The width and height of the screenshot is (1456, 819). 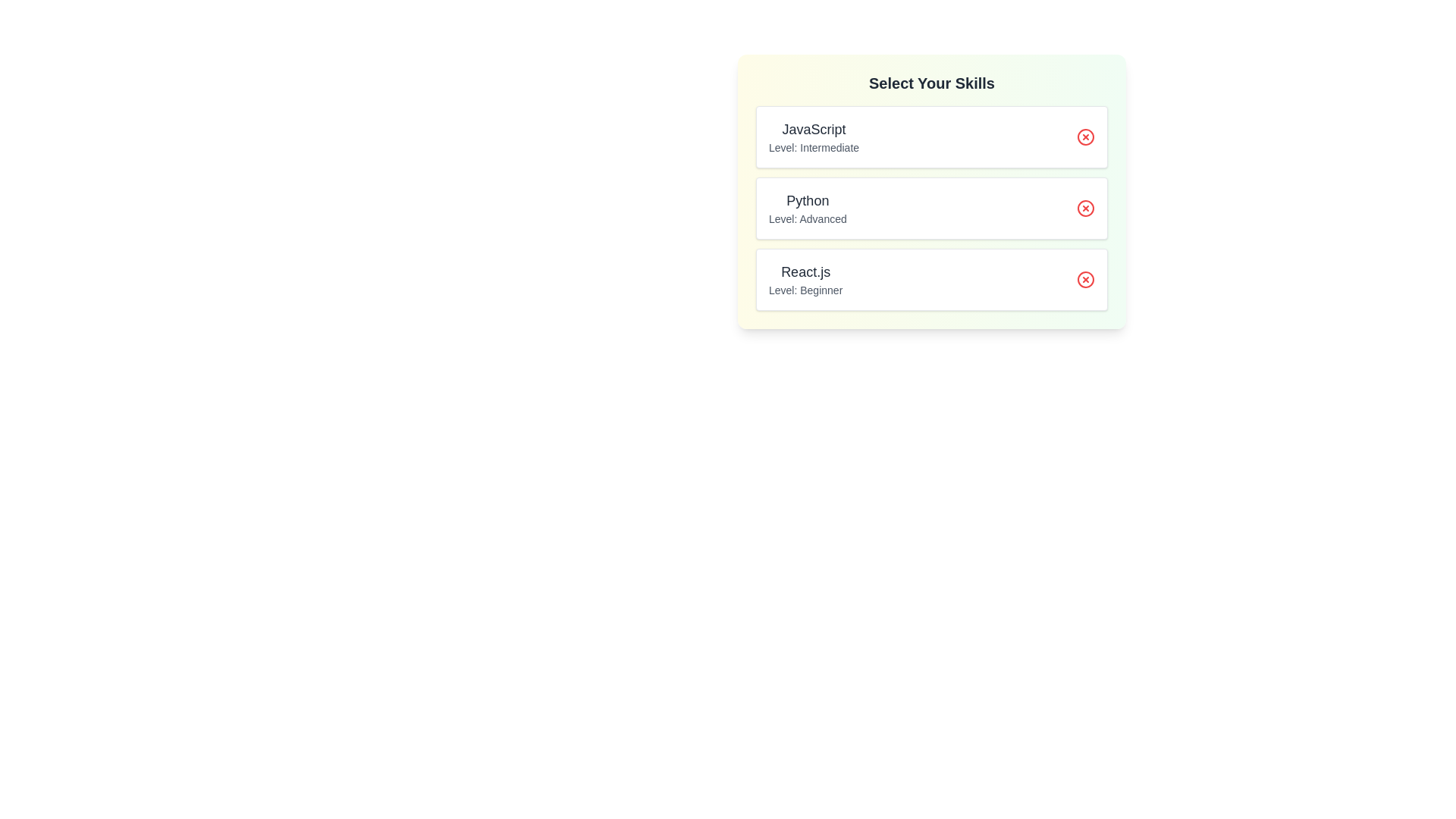 I want to click on remove button for the skill 'React.js', so click(x=1084, y=280).